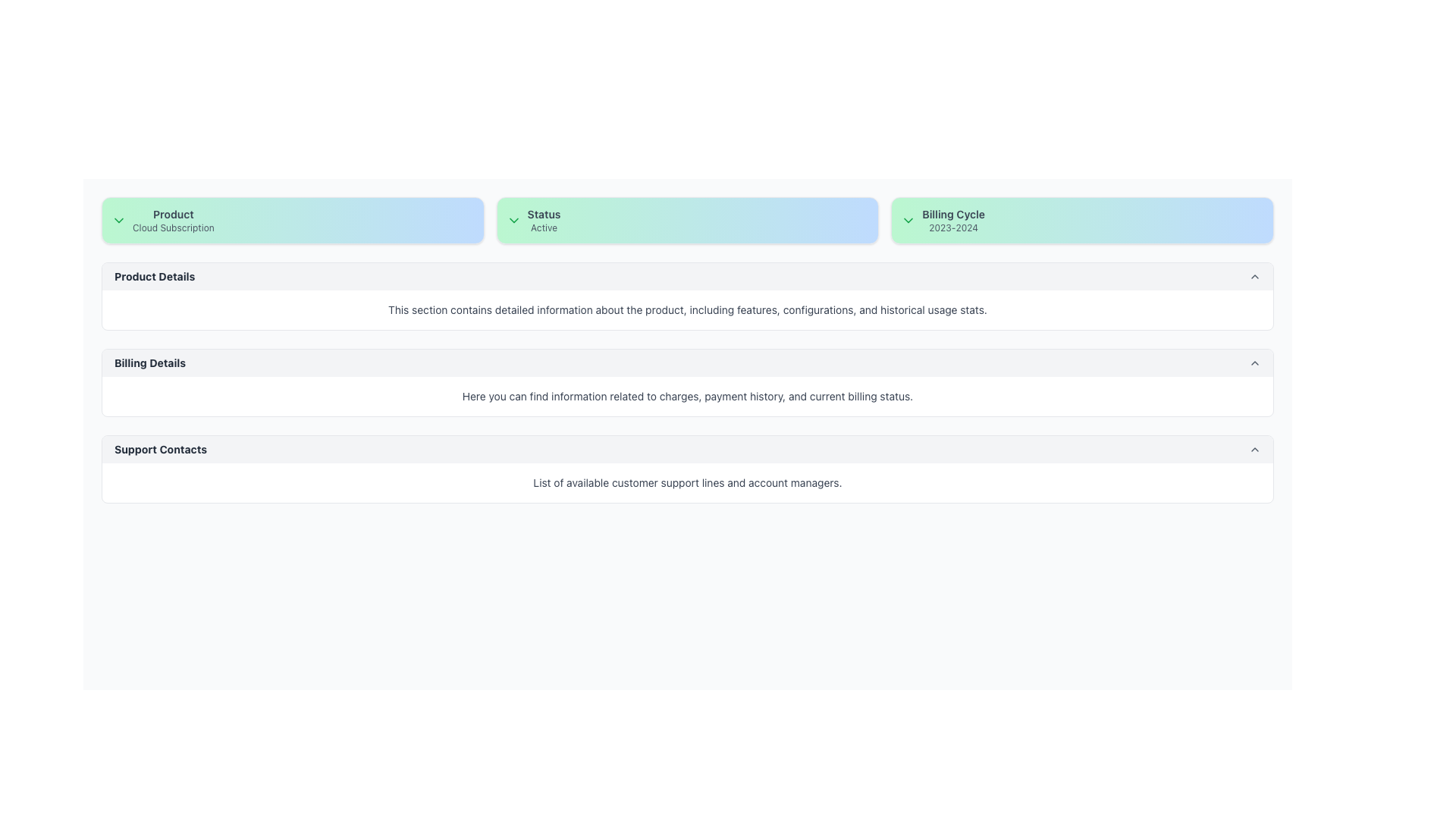  Describe the element at coordinates (687, 362) in the screenshot. I see `the 'Billing Details' expandable section toggle` at that location.